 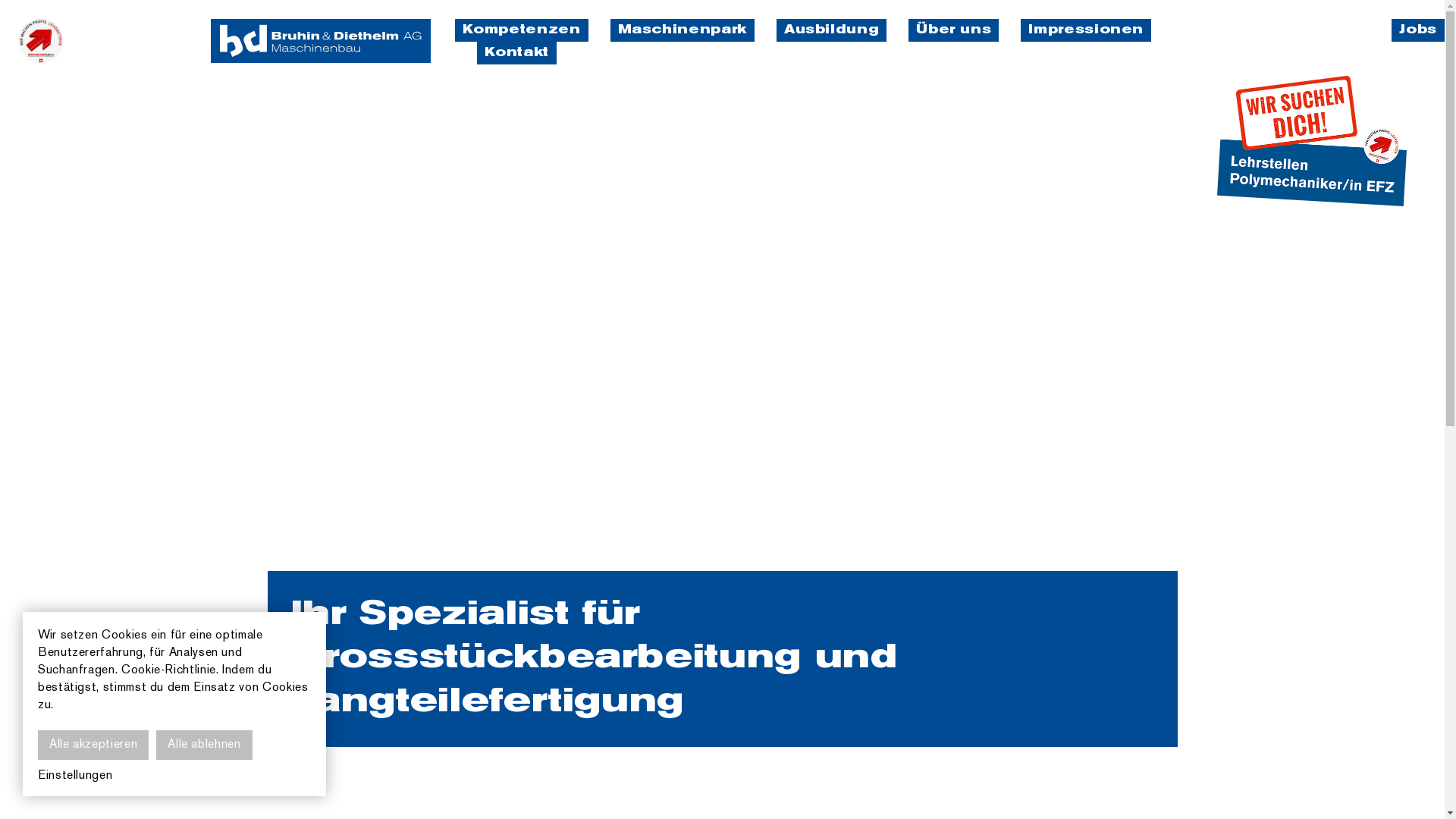 I want to click on 'bruhin & diethelm', so click(x=319, y=40).